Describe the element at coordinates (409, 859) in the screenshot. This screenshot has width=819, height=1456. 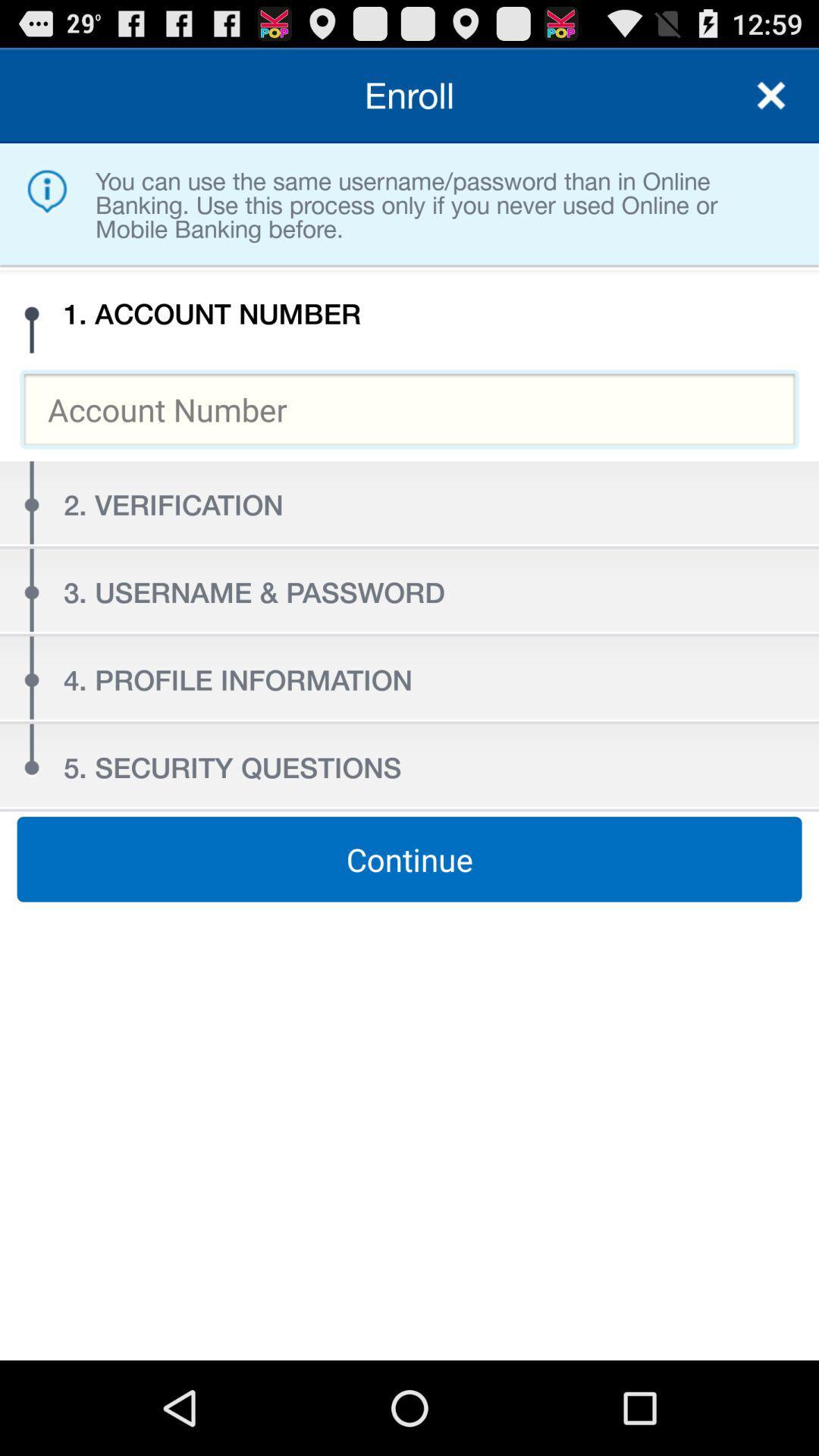
I see `item at the center` at that location.